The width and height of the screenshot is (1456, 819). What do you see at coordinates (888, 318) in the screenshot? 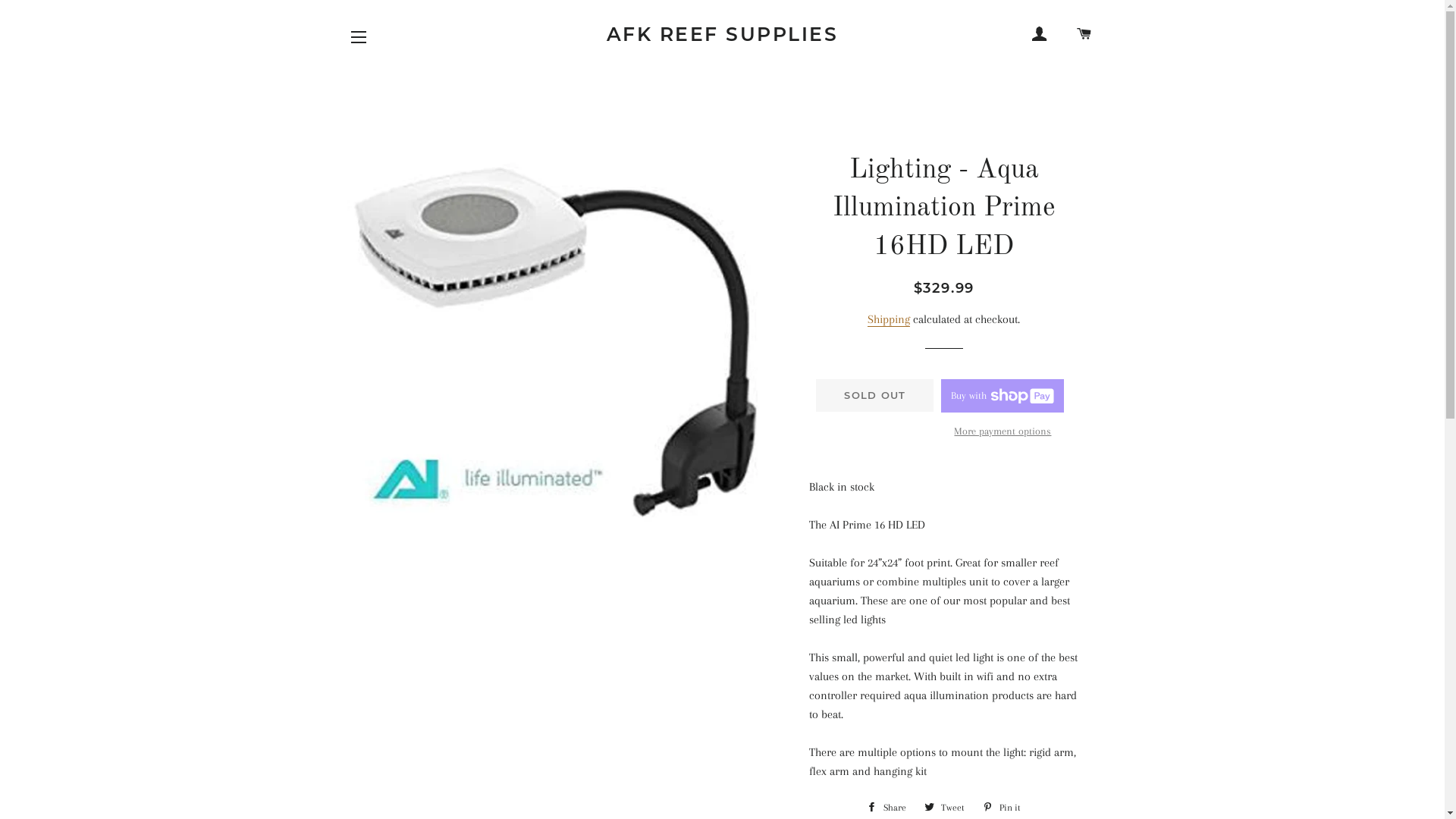
I see `'Shipping'` at bounding box center [888, 318].